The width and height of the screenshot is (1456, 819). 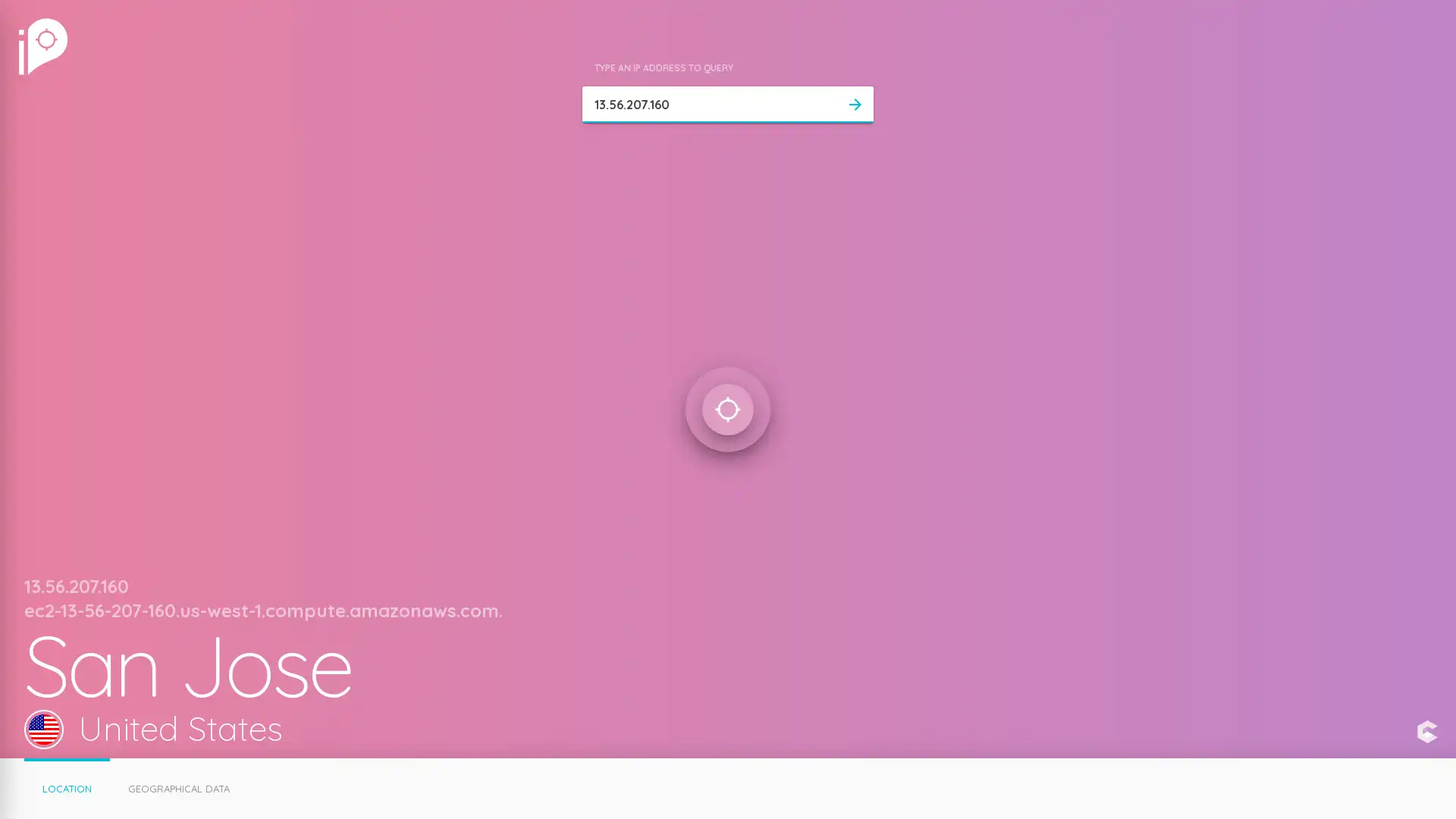 I want to click on arrow_forward, so click(x=855, y=104).